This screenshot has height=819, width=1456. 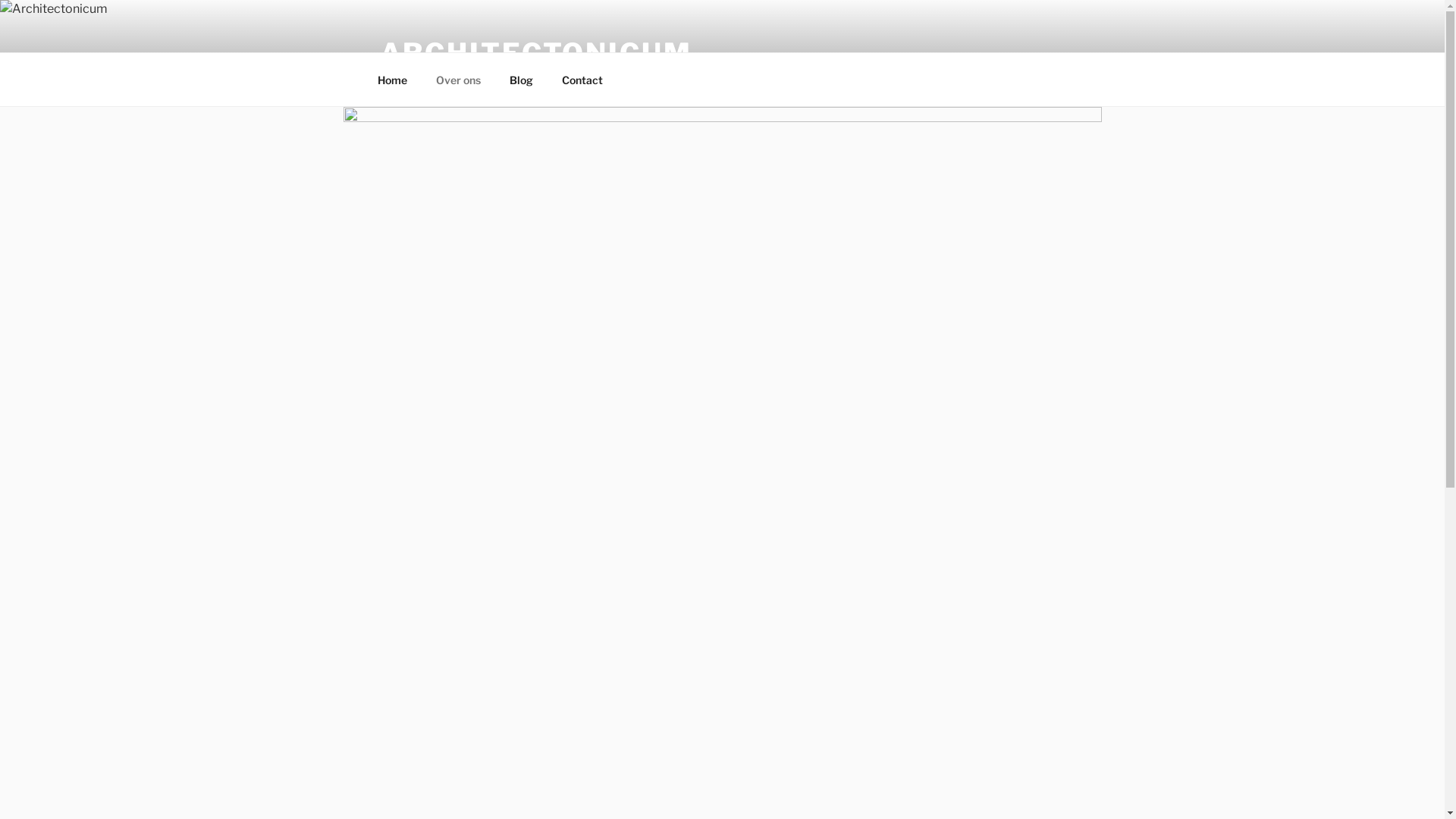 What do you see at coordinates (457, 79) in the screenshot?
I see `'Over ons'` at bounding box center [457, 79].